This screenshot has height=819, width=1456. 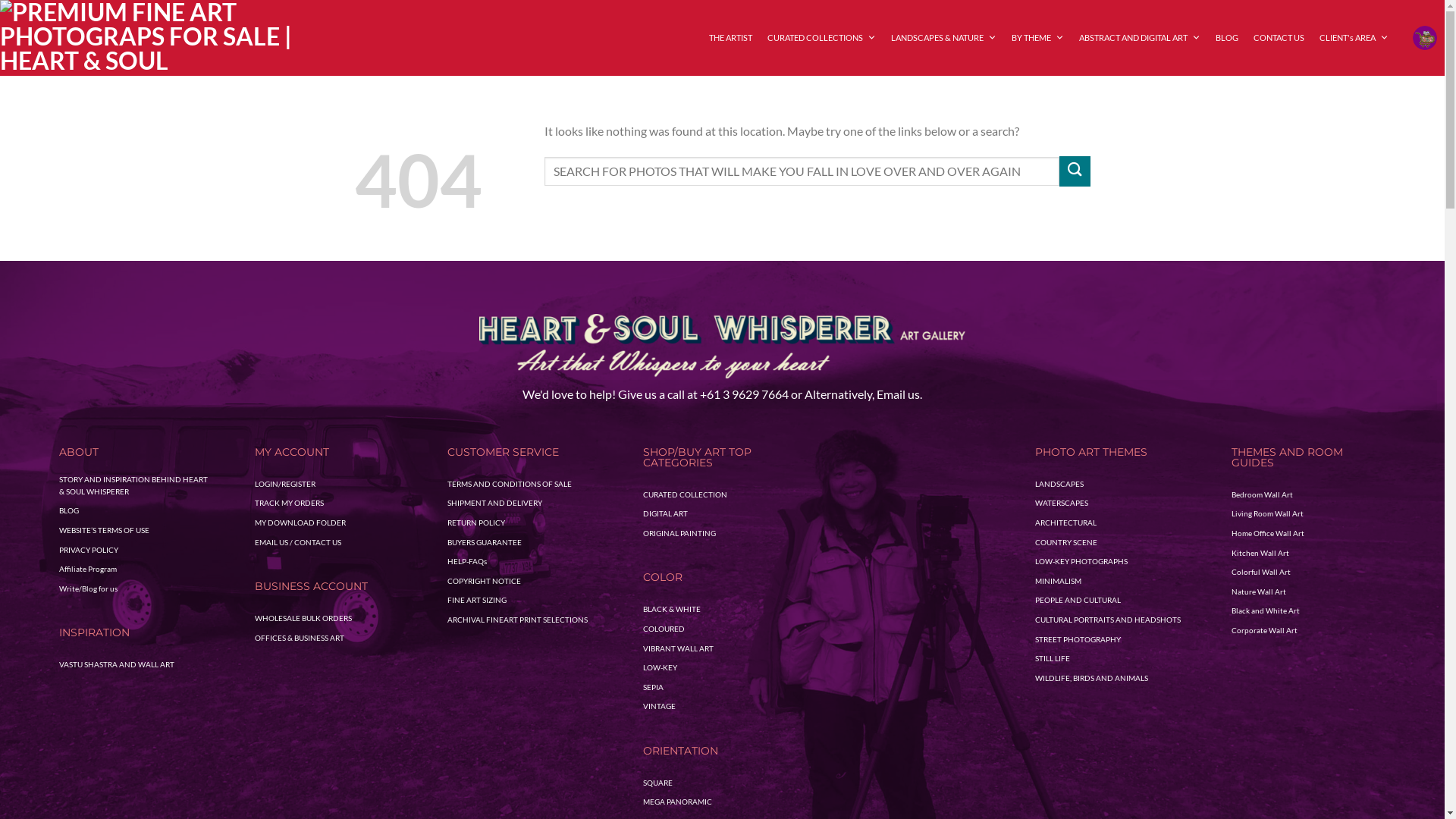 What do you see at coordinates (1034, 541) in the screenshot?
I see `'COUNTRY SCENE'` at bounding box center [1034, 541].